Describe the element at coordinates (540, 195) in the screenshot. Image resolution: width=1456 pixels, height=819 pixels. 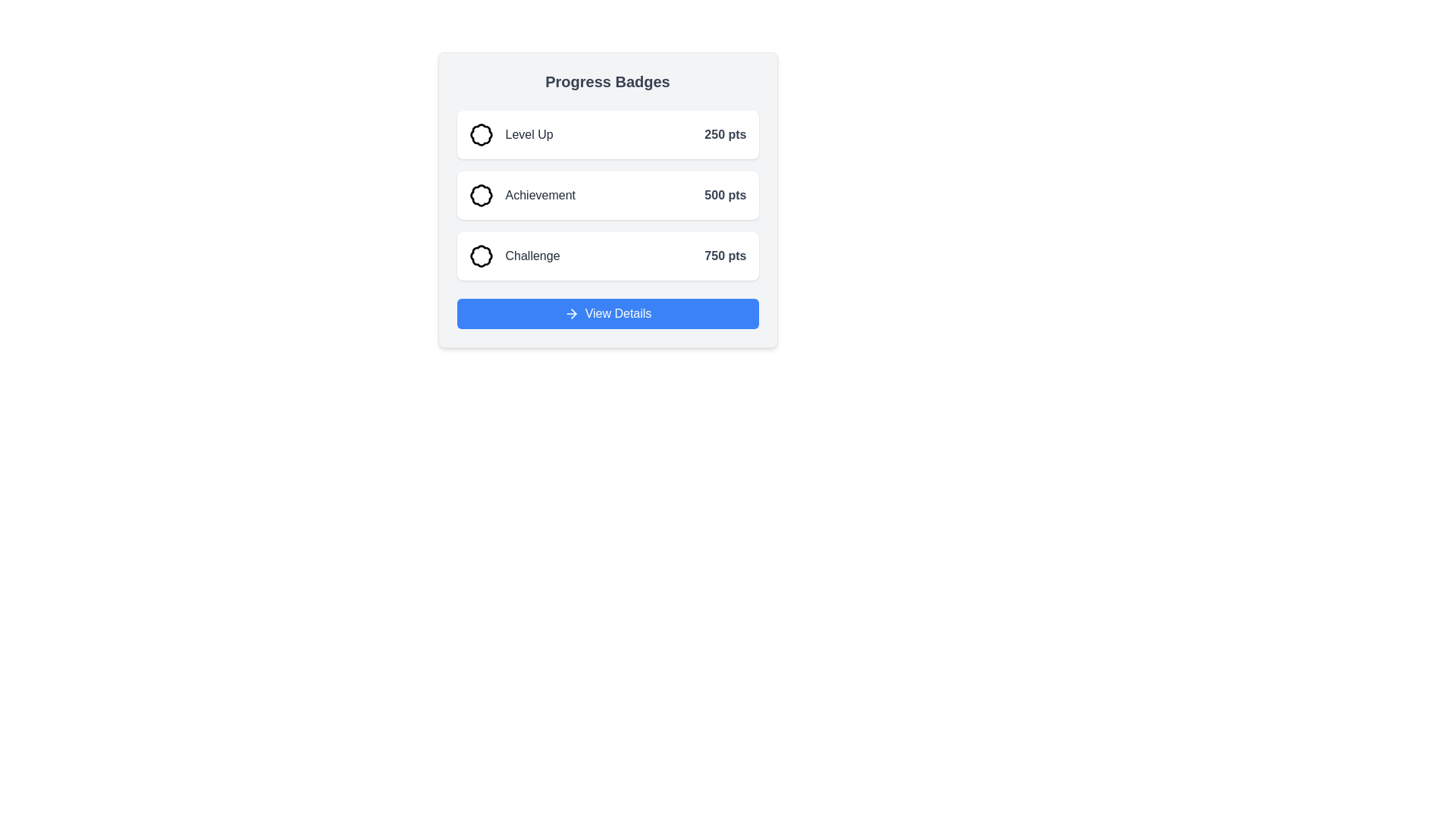
I see `the second textual label in the 'Progress Badges' display, which describes the specific achievement category and is positioned below the 'Level Up' item and above the 'Challenge' item` at that location.